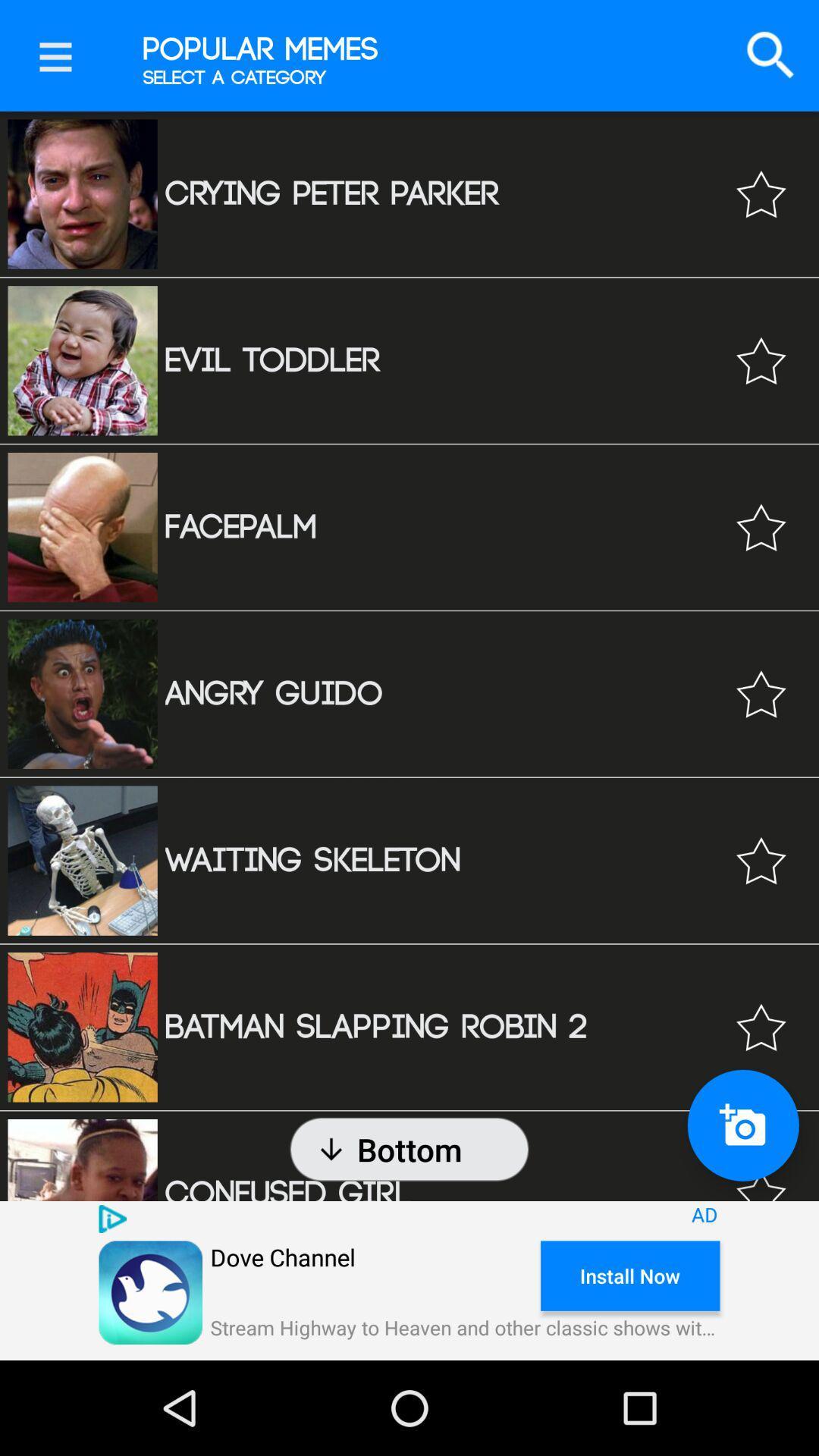 The image size is (819, 1456). Describe the element at coordinates (761, 1172) in the screenshot. I see `to favorites` at that location.